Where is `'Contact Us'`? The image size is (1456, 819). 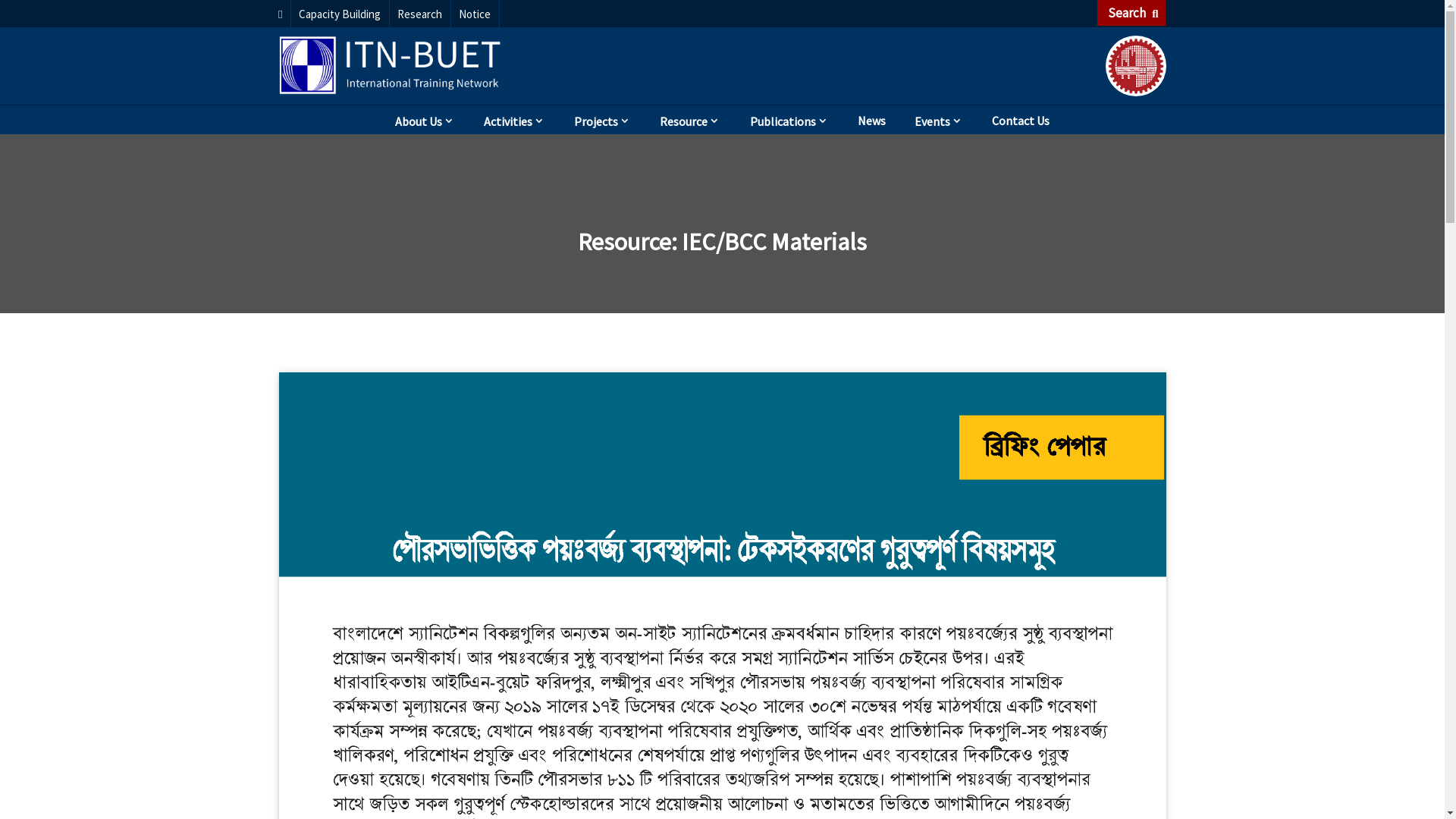 'Contact Us' is located at coordinates (1020, 118).